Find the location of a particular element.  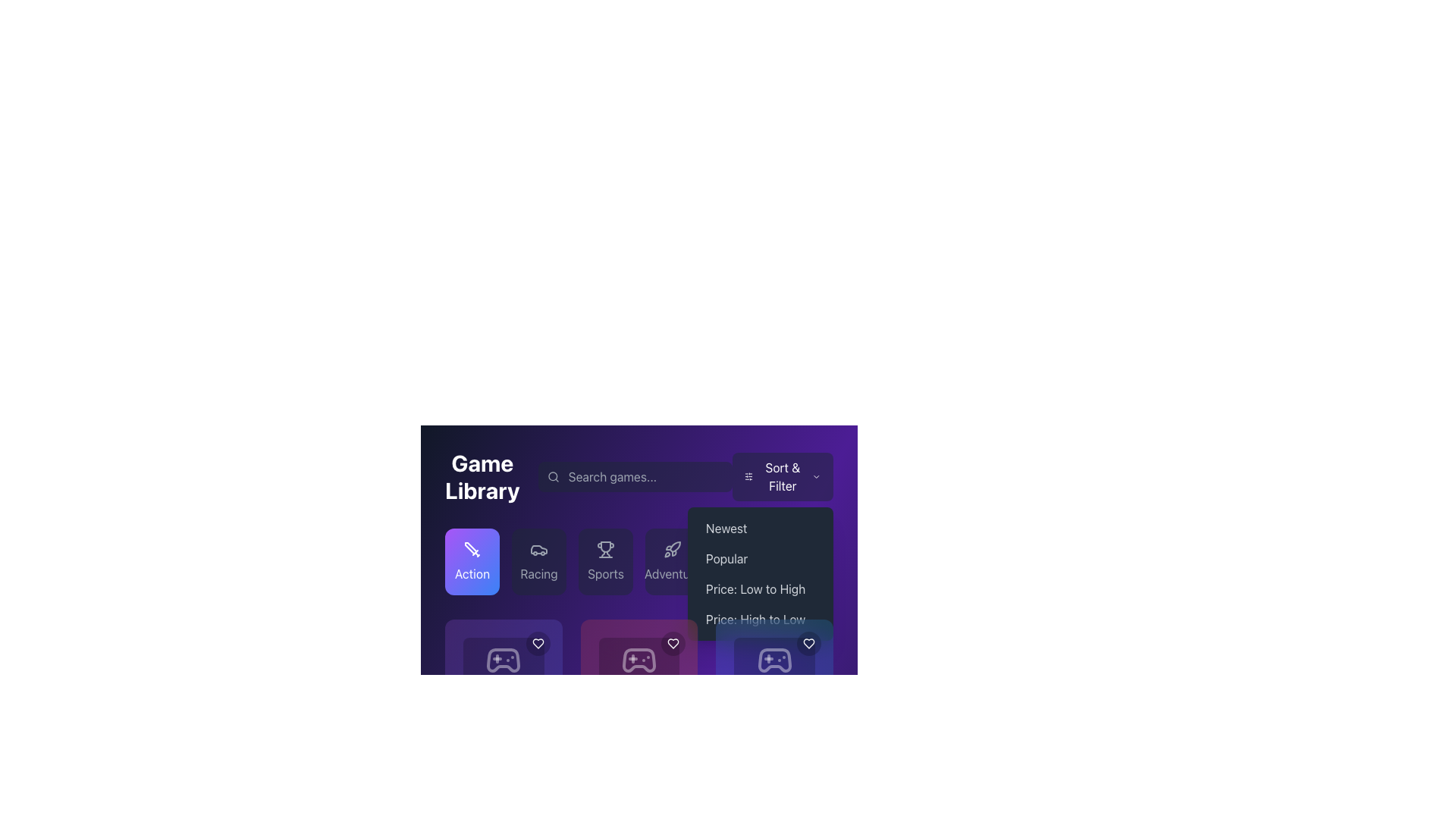

to select the third item in the modal dropdown menu styled with a dark background, located under the 'Sort & Filter' button in the top-right quadrant of the interface is located at coordinates (761, 573).